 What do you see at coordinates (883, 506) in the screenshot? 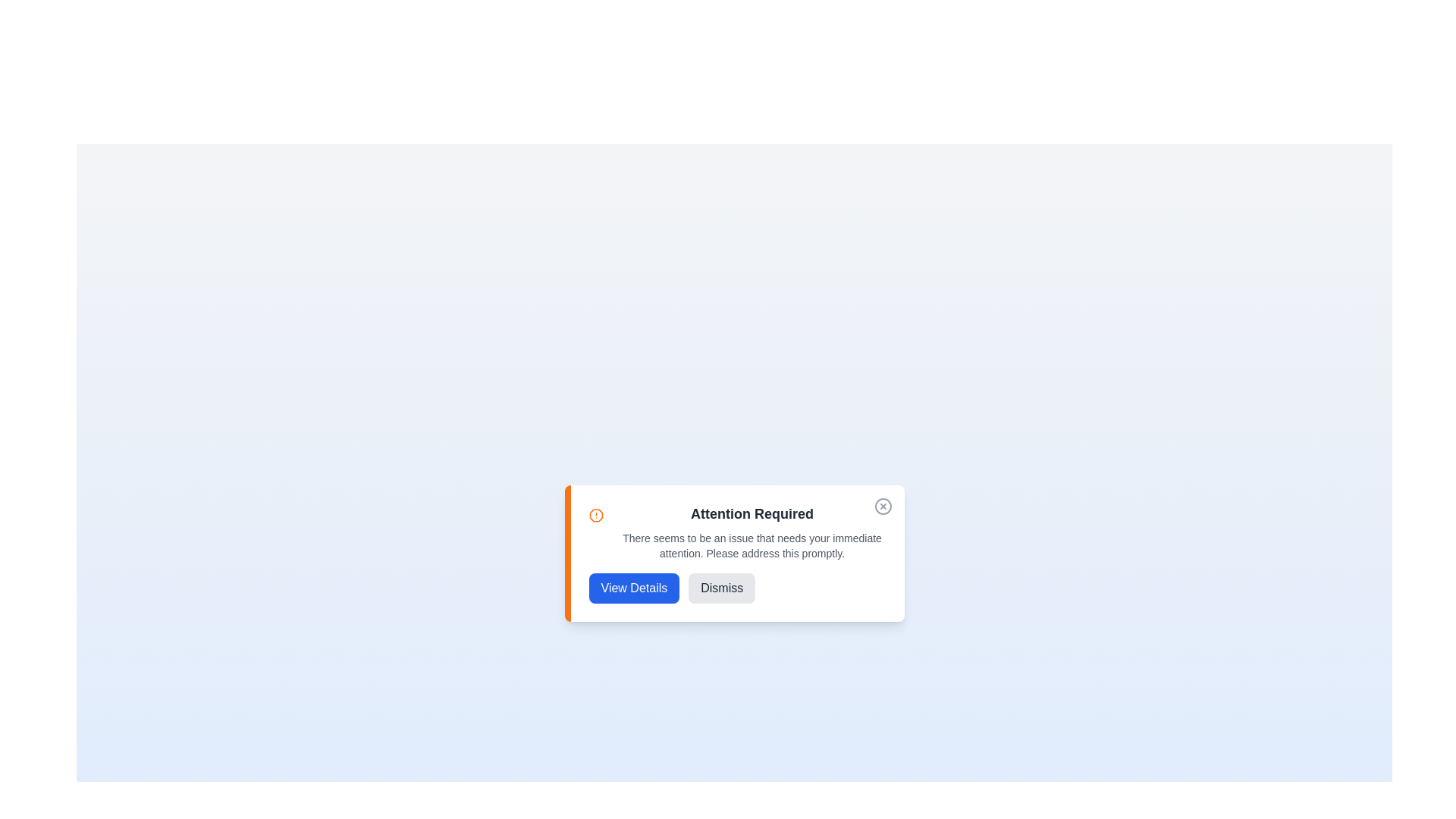
I see `the close button to dismiss the alert` at bounding box center [883, 506].